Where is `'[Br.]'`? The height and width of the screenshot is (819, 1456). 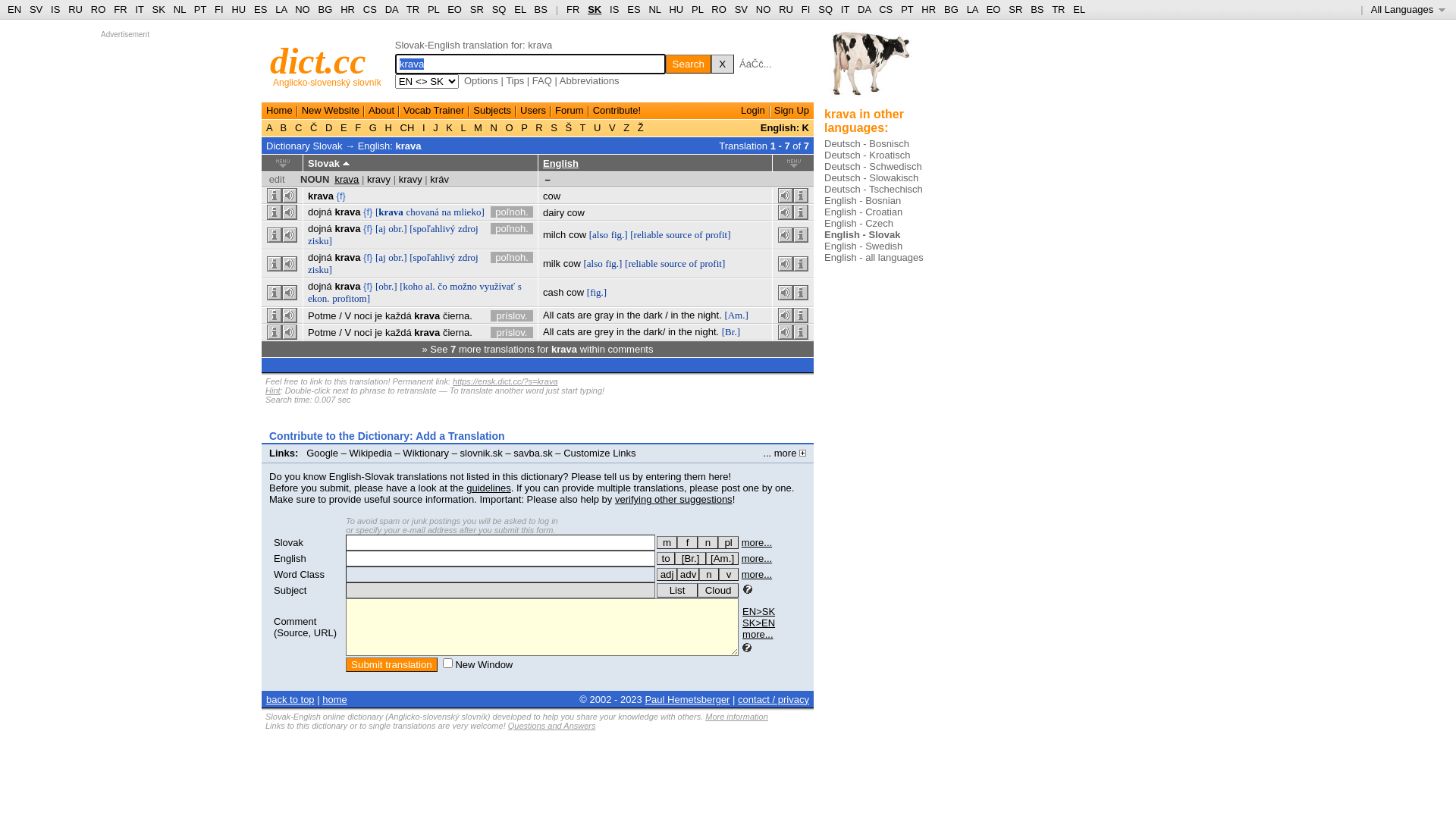
'[Br.]' is located at coordinates (731, 331).